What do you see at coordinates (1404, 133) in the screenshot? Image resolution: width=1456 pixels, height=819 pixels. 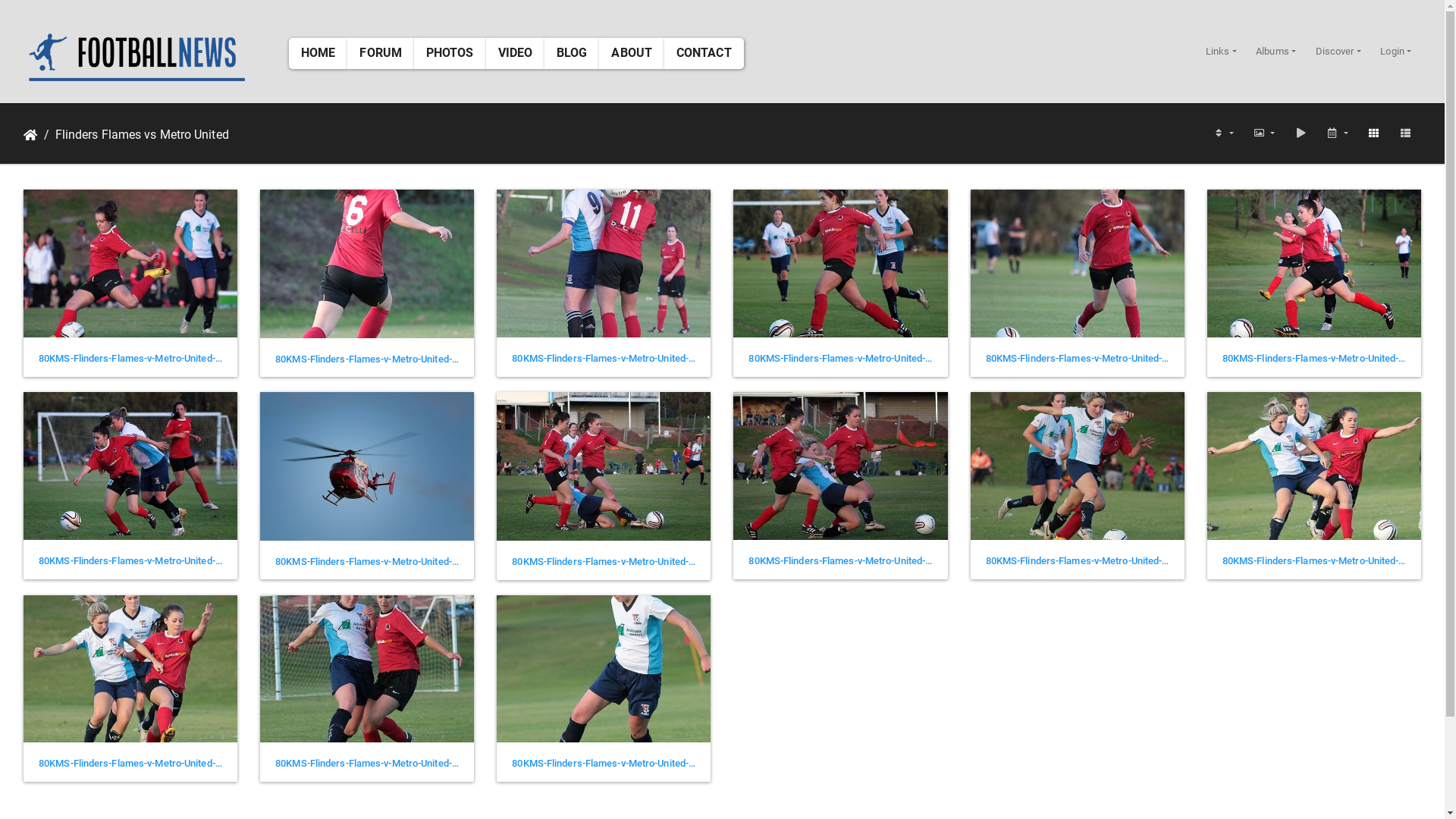 I see `'List view'` at bounding box center [1404, 133].